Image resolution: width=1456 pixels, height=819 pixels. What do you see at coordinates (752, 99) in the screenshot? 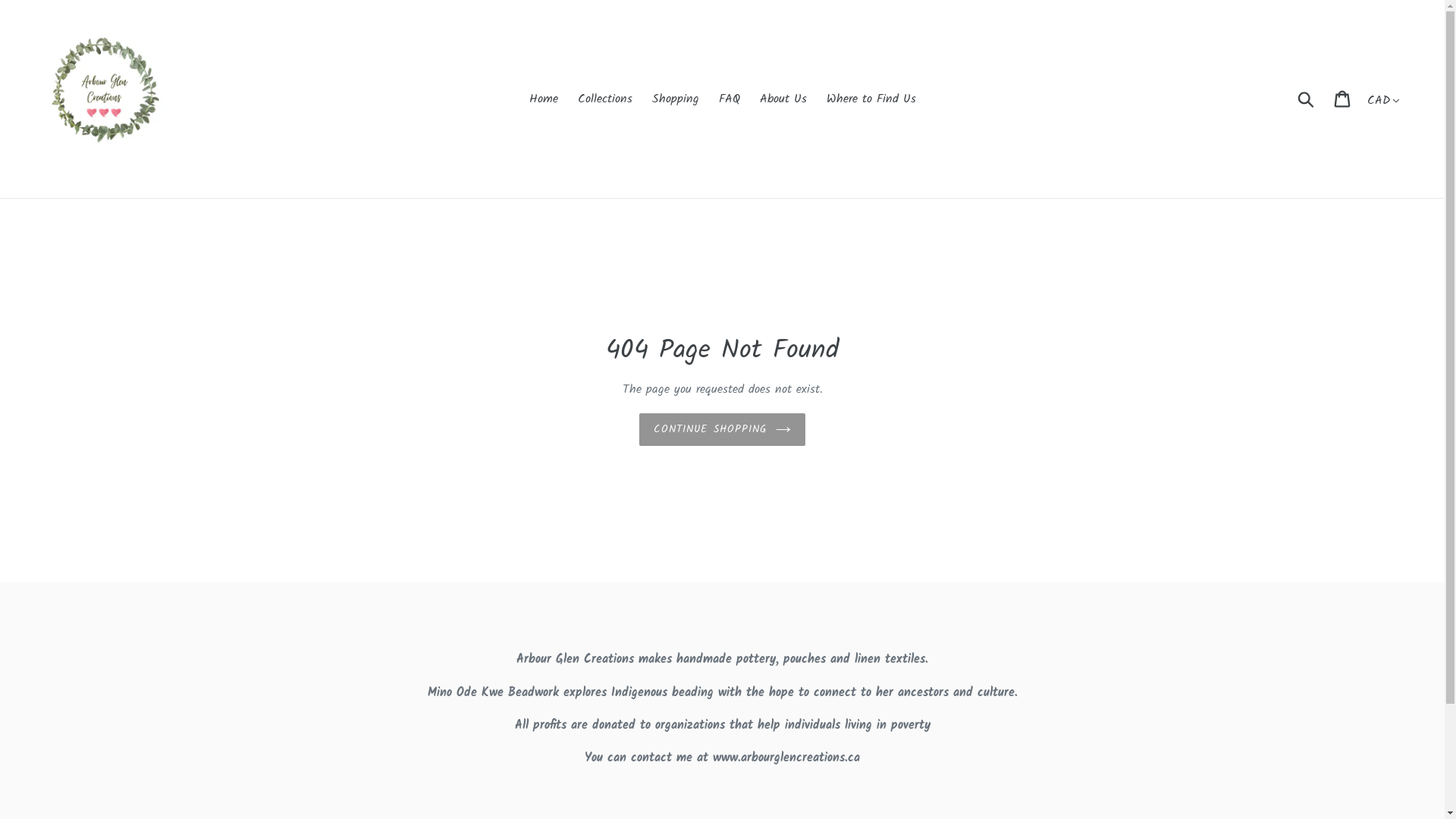
I see `'About Us'` at bounding box center [752, 99].